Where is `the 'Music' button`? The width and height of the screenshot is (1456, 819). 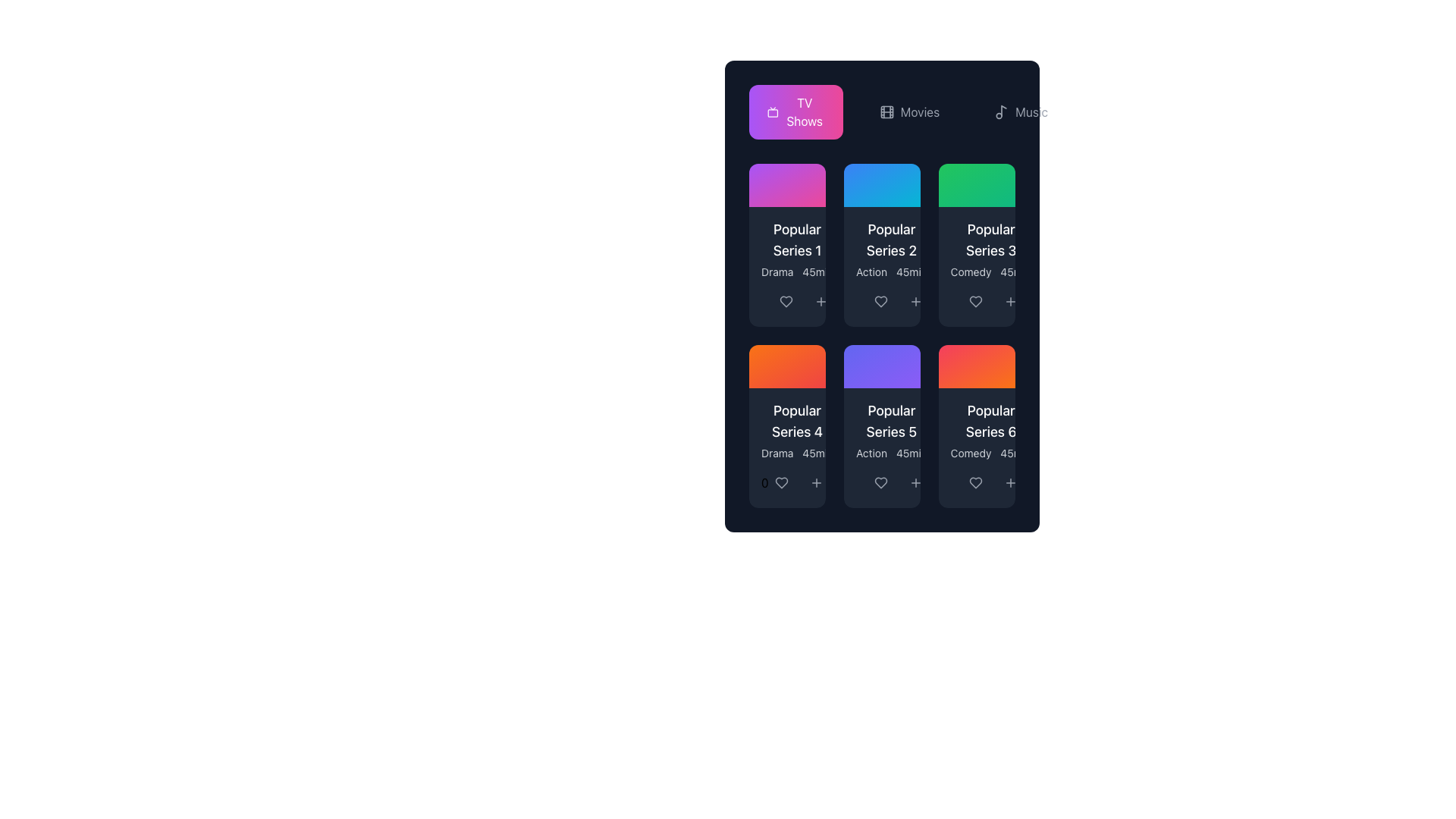 the 'Music' button is located at coordinates (1021, 111).